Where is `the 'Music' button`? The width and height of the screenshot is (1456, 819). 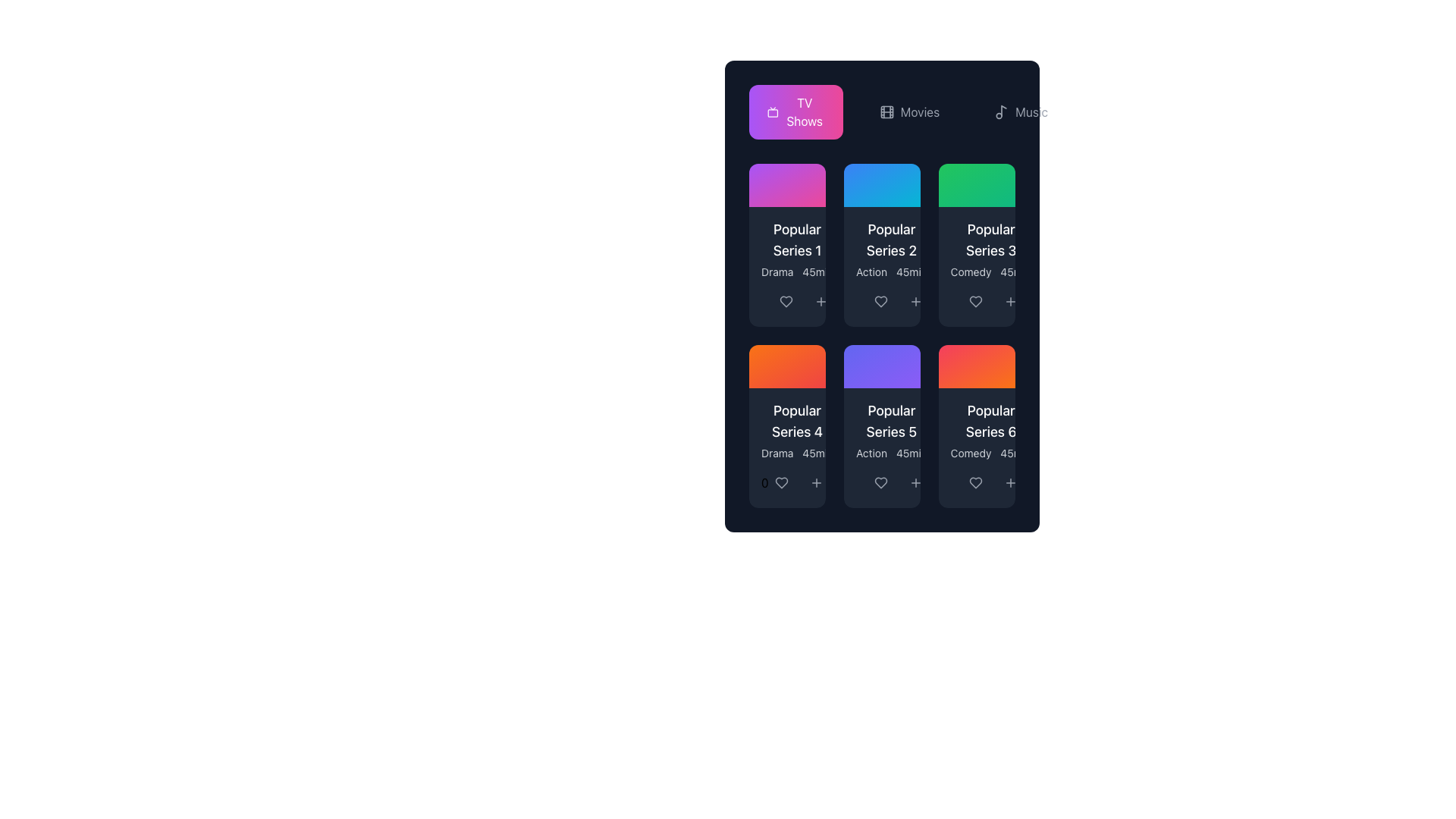 the 'Music' button is located at coordinates (1021, 111).